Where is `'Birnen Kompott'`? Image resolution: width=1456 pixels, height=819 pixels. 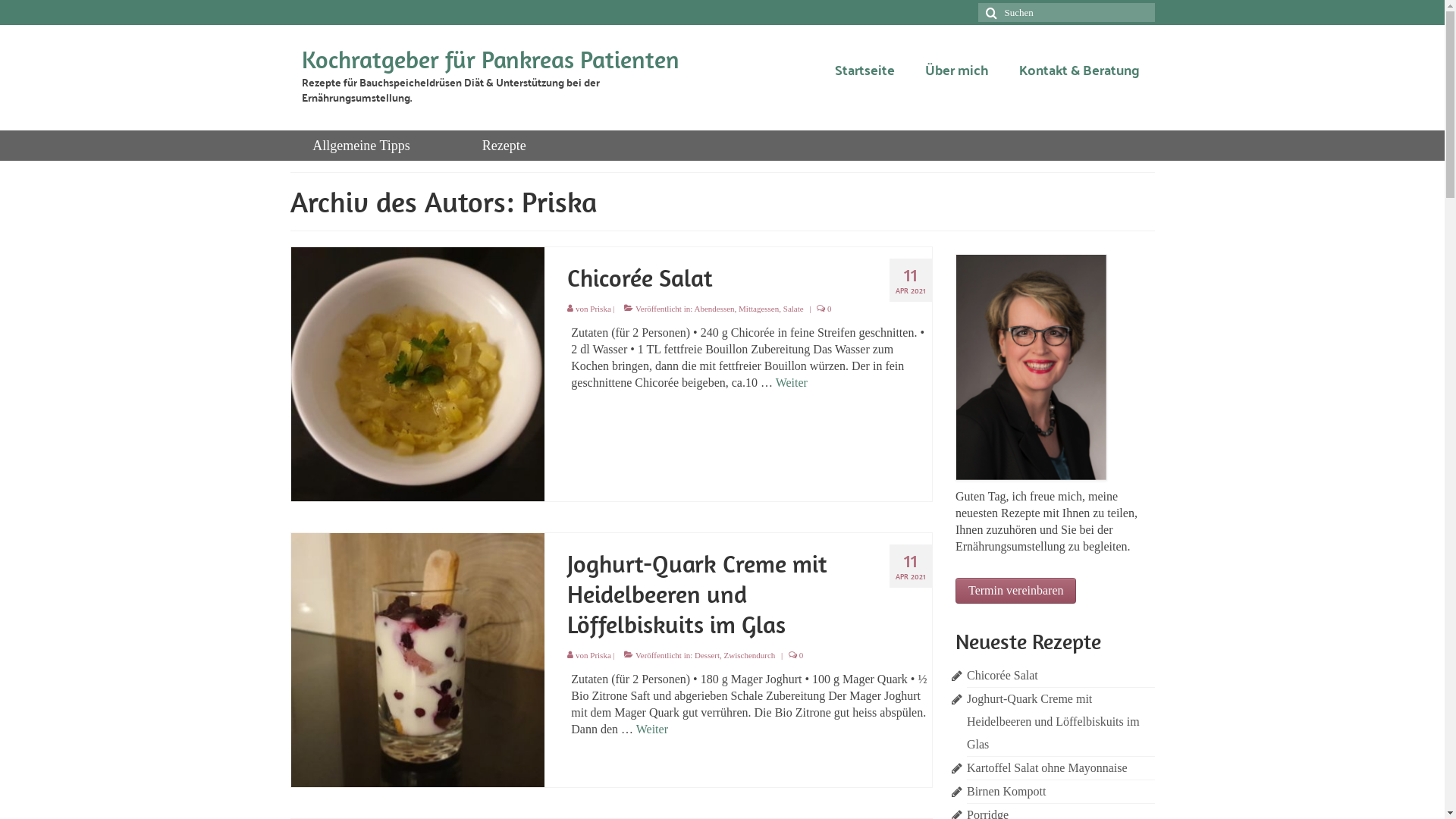 'Birnen Kompott' is located at coordinates (1006, 790).